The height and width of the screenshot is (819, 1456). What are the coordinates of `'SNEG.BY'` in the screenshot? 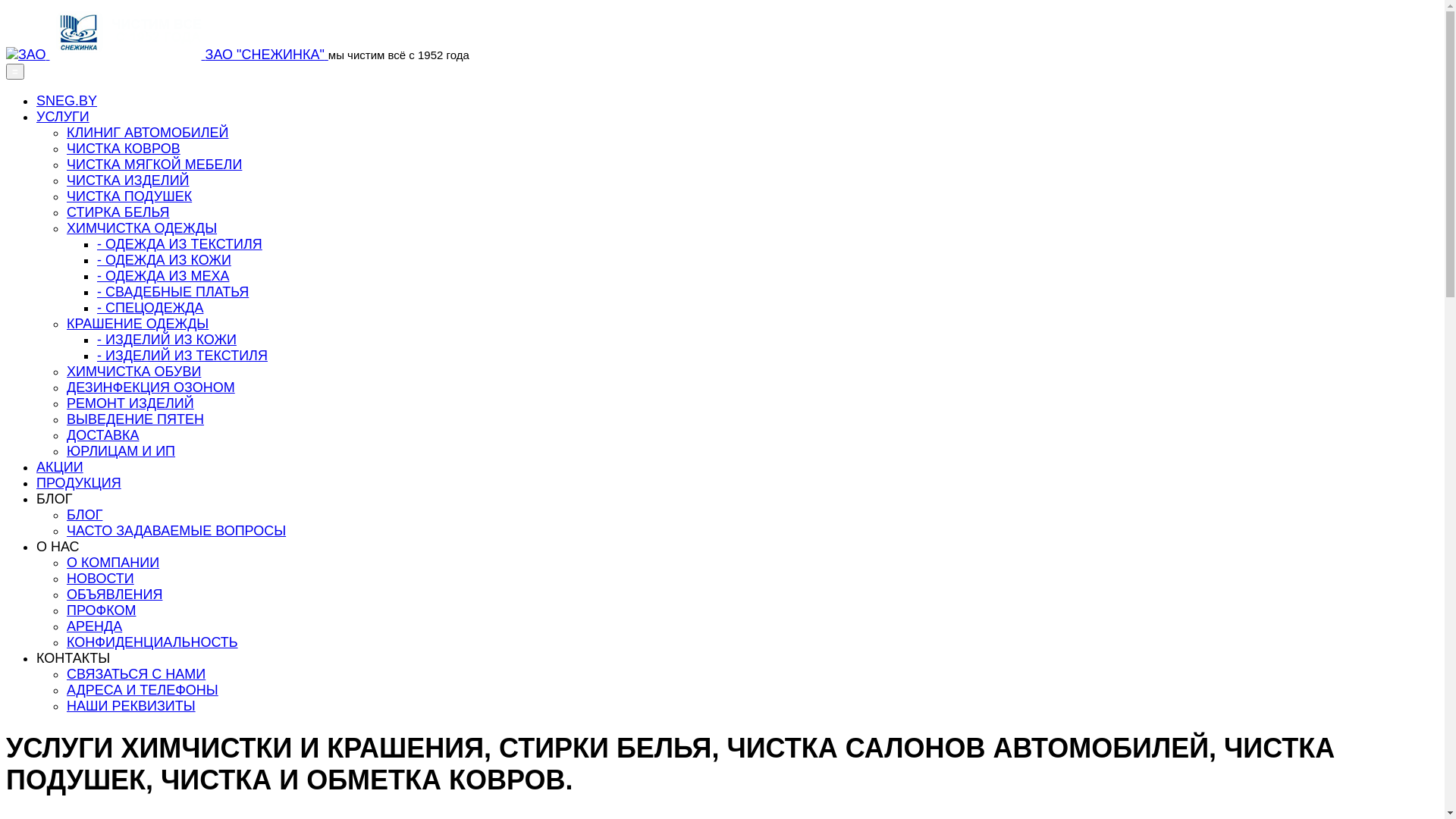 It's located at (65, 100).